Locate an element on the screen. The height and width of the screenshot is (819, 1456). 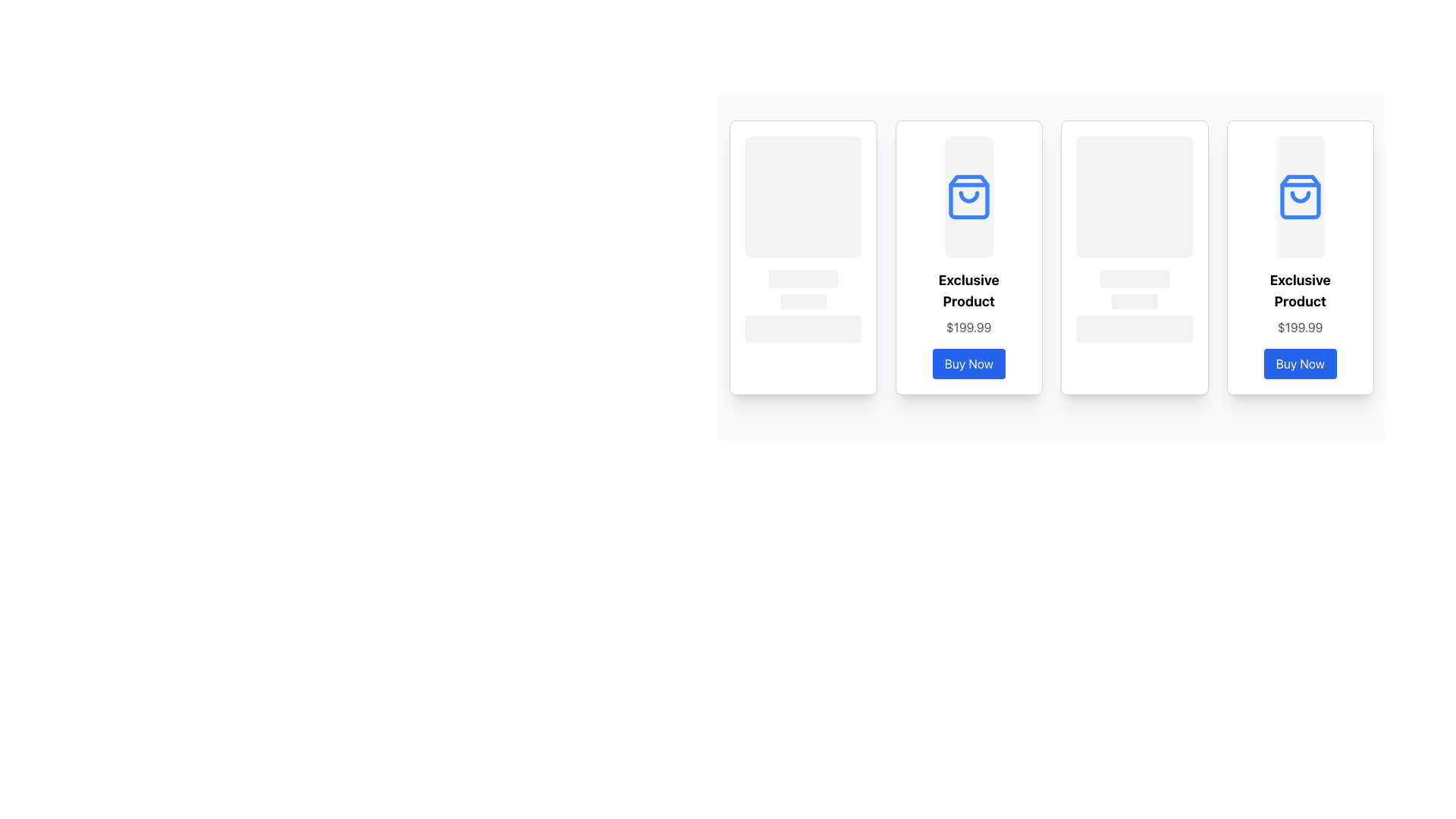
the shopping icon located in the second card of a horizontal card listing layout, which has a light gray background and rounded corners, to interact with the 'Buy Now' button below it is located at coordinates (968, 196).